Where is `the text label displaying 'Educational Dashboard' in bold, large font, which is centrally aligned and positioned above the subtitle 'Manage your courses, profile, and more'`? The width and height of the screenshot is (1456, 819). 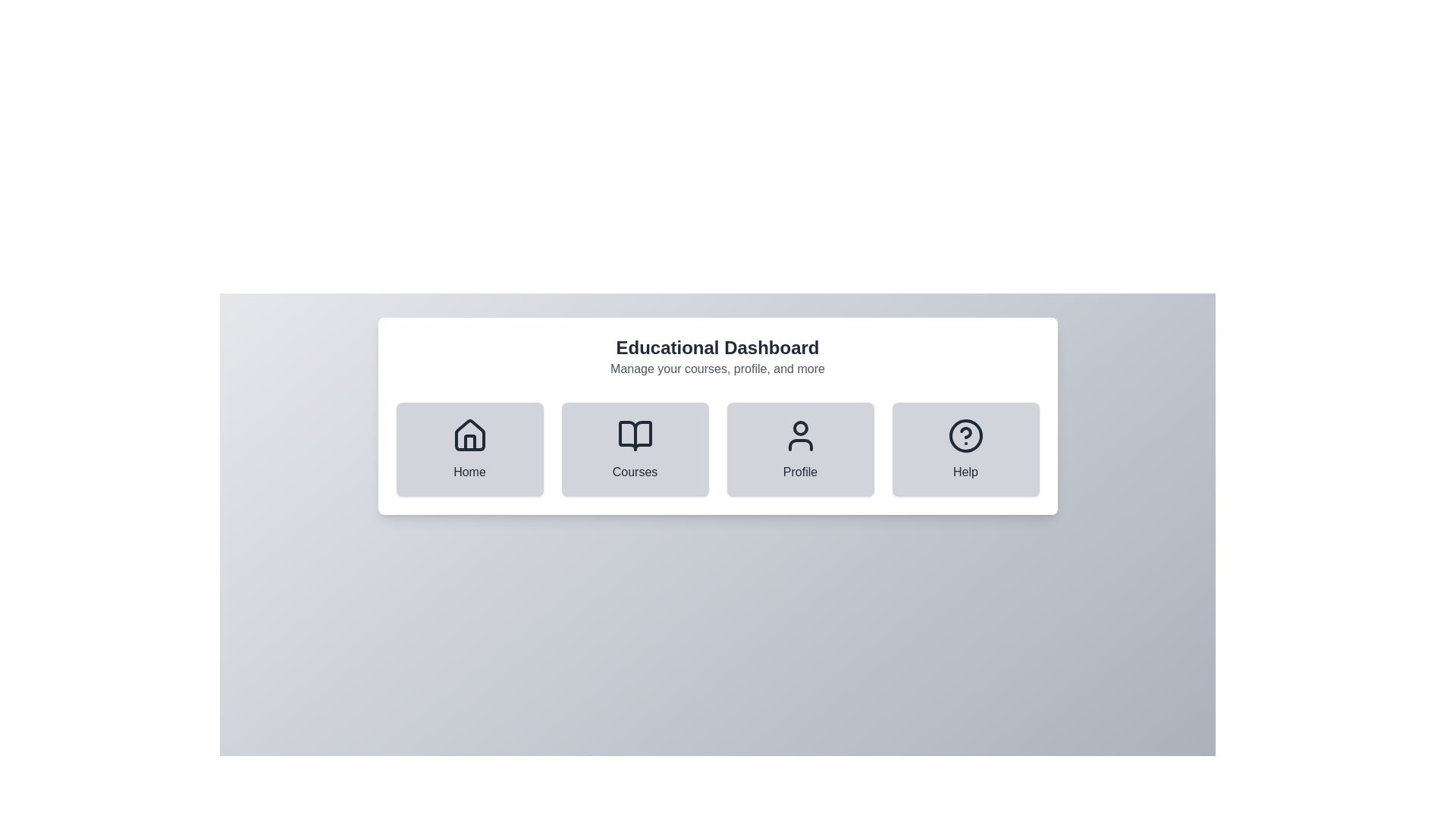 the text label displaying 'Educational Dashboard' in bold, large font, which is centrally aligned and positioned above the subtitle 'Manage your courses, profile, and more' is located at coordinates (717, 348).